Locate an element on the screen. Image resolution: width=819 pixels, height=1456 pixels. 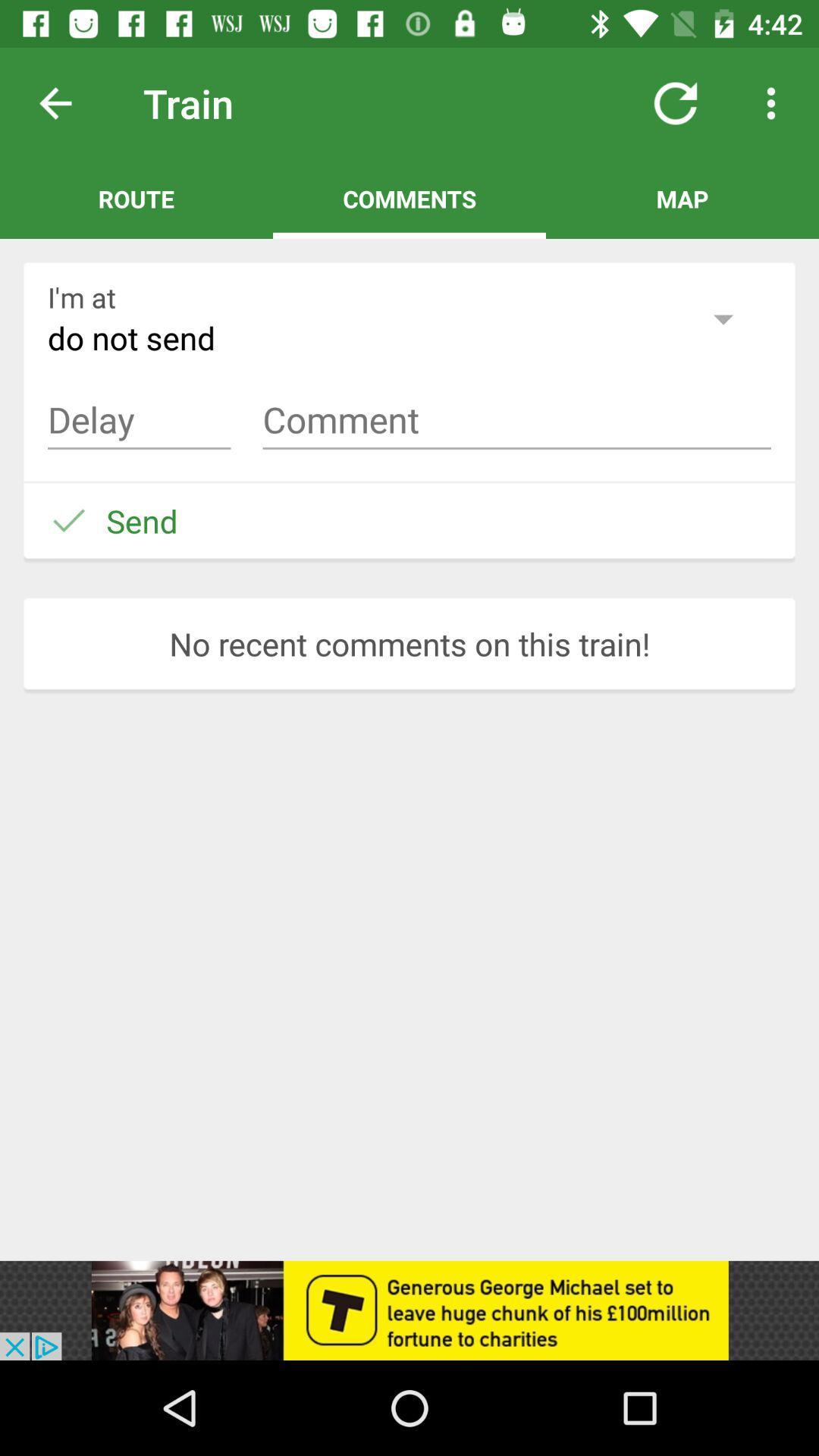
the comment right next to delay is located at coordinates (516, 420).